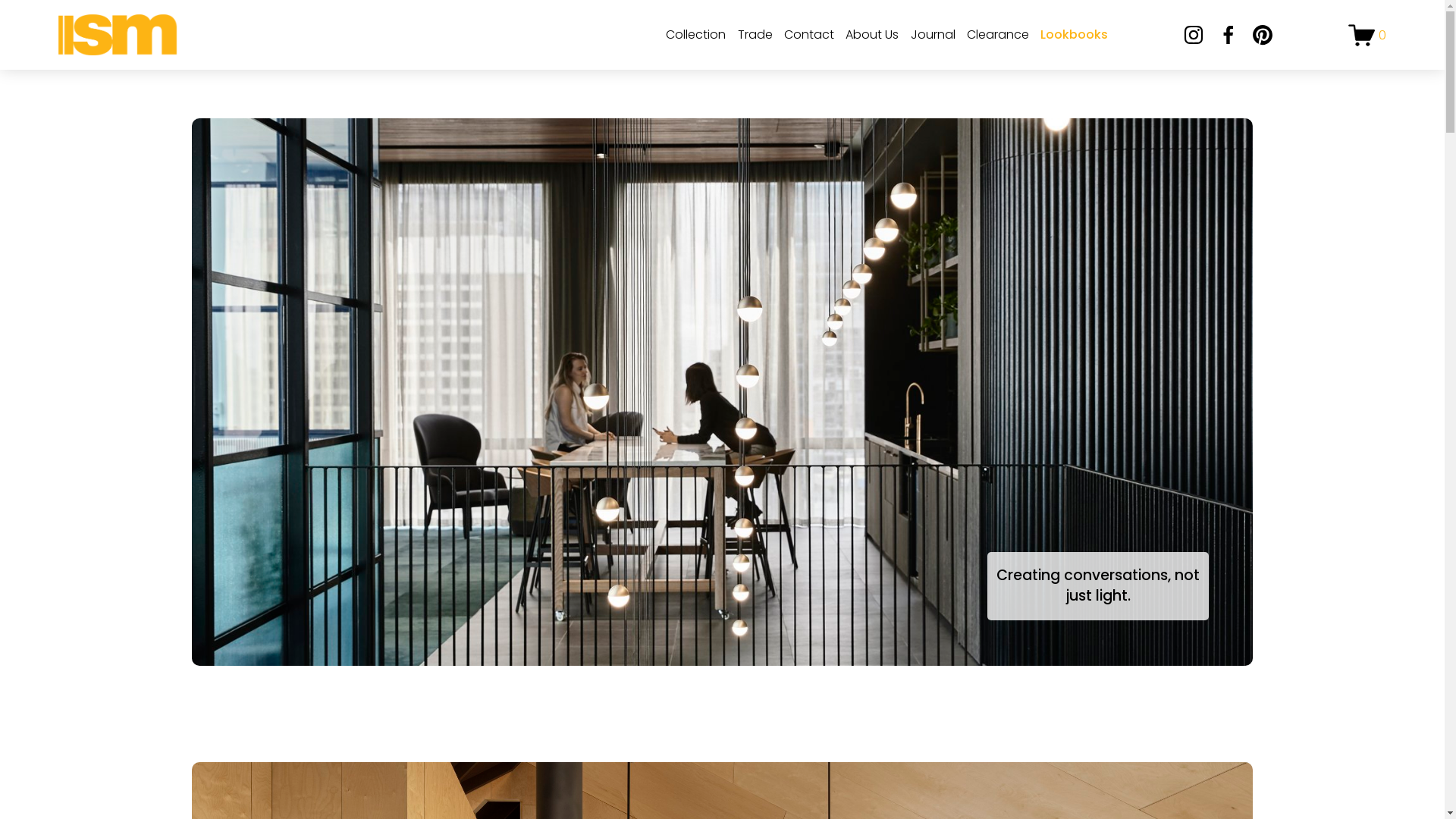 The height and width of the screenshot is (819, 1456). I want to click on '0', so click(1348, 34).